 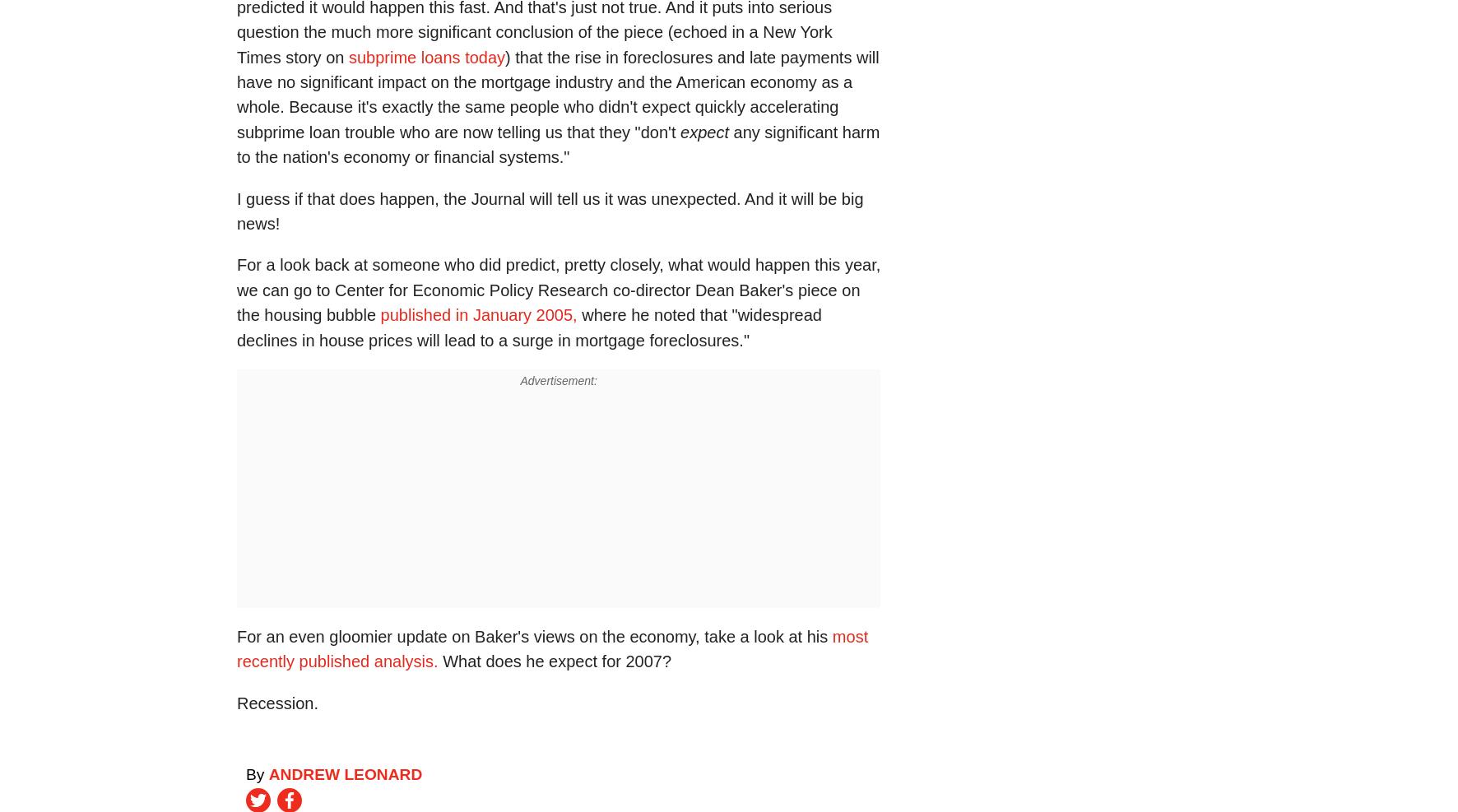 What do you see at coordinates (558, 289) in the screenshot?
I see `'For a look back at someone who did predict, pretty closely, what would happen this year, we can go to Center for Economic Policy Research co-director Dean Baker's piece on the housing bubble'` at bounding box center [558, 289].